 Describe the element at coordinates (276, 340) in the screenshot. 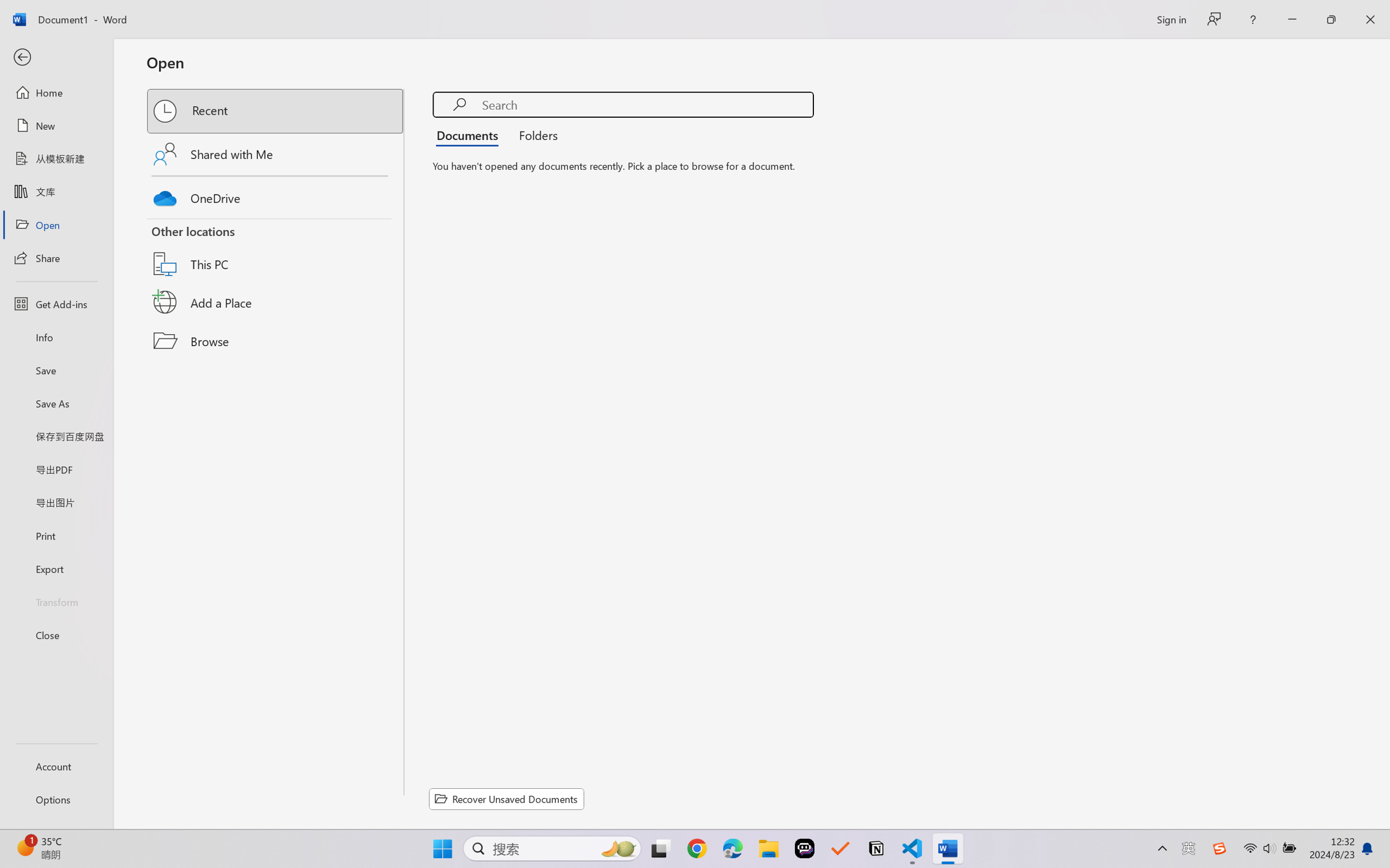

I see `'Browse'` at that location.